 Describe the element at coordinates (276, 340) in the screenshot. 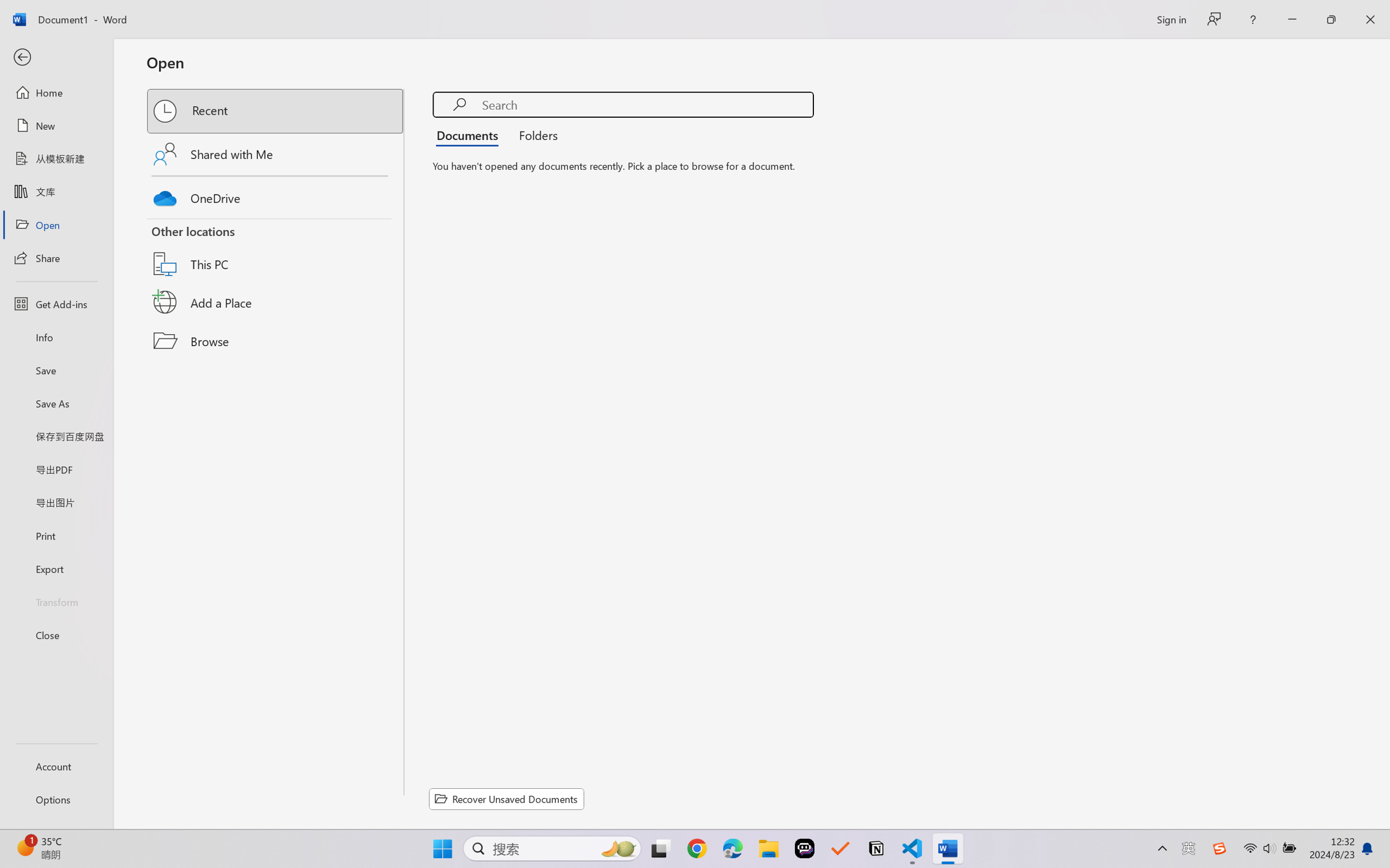

I see `'Browse'` at that location.